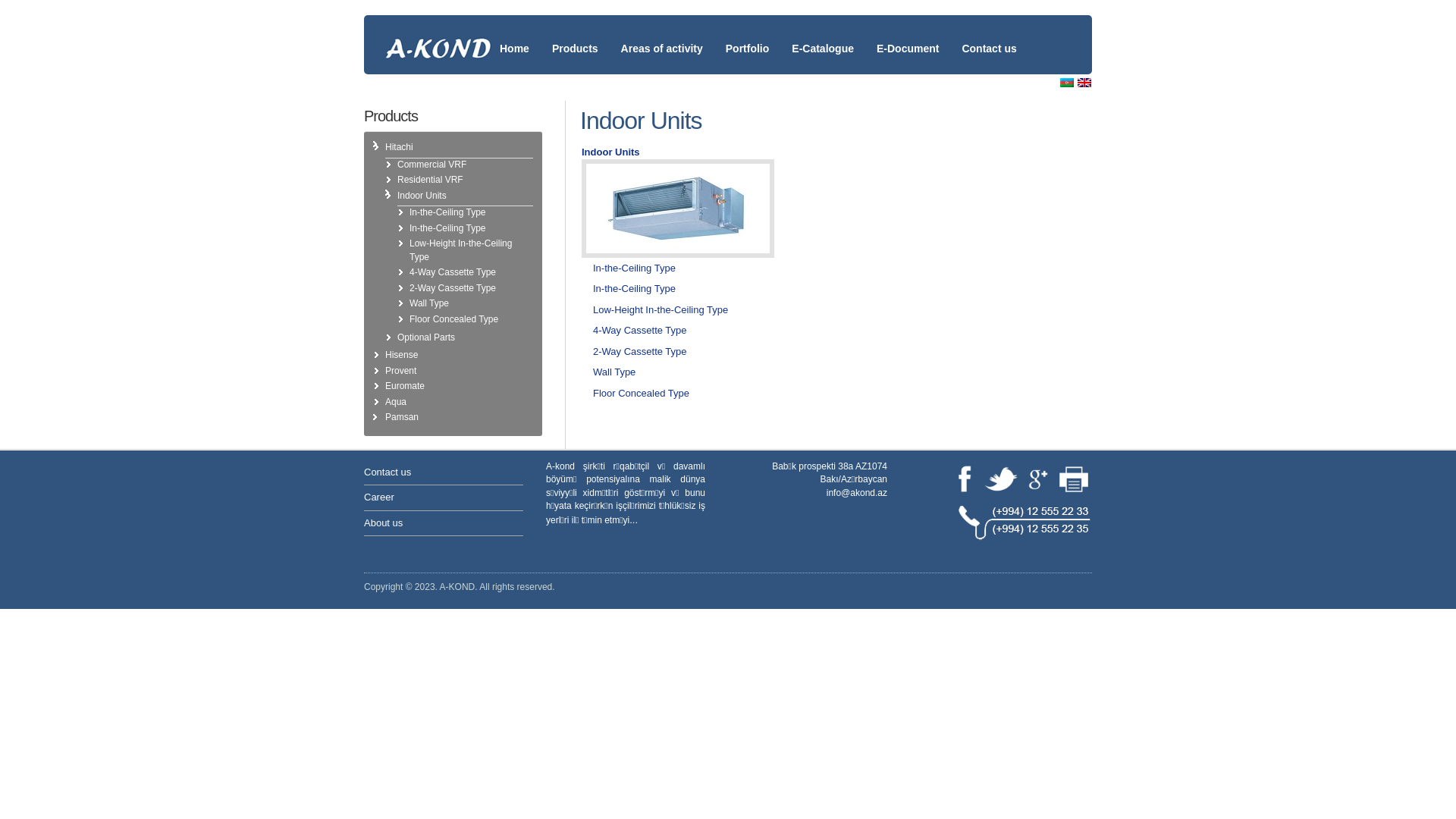  I want to click on 'Residential VRF', so click(429, 178).